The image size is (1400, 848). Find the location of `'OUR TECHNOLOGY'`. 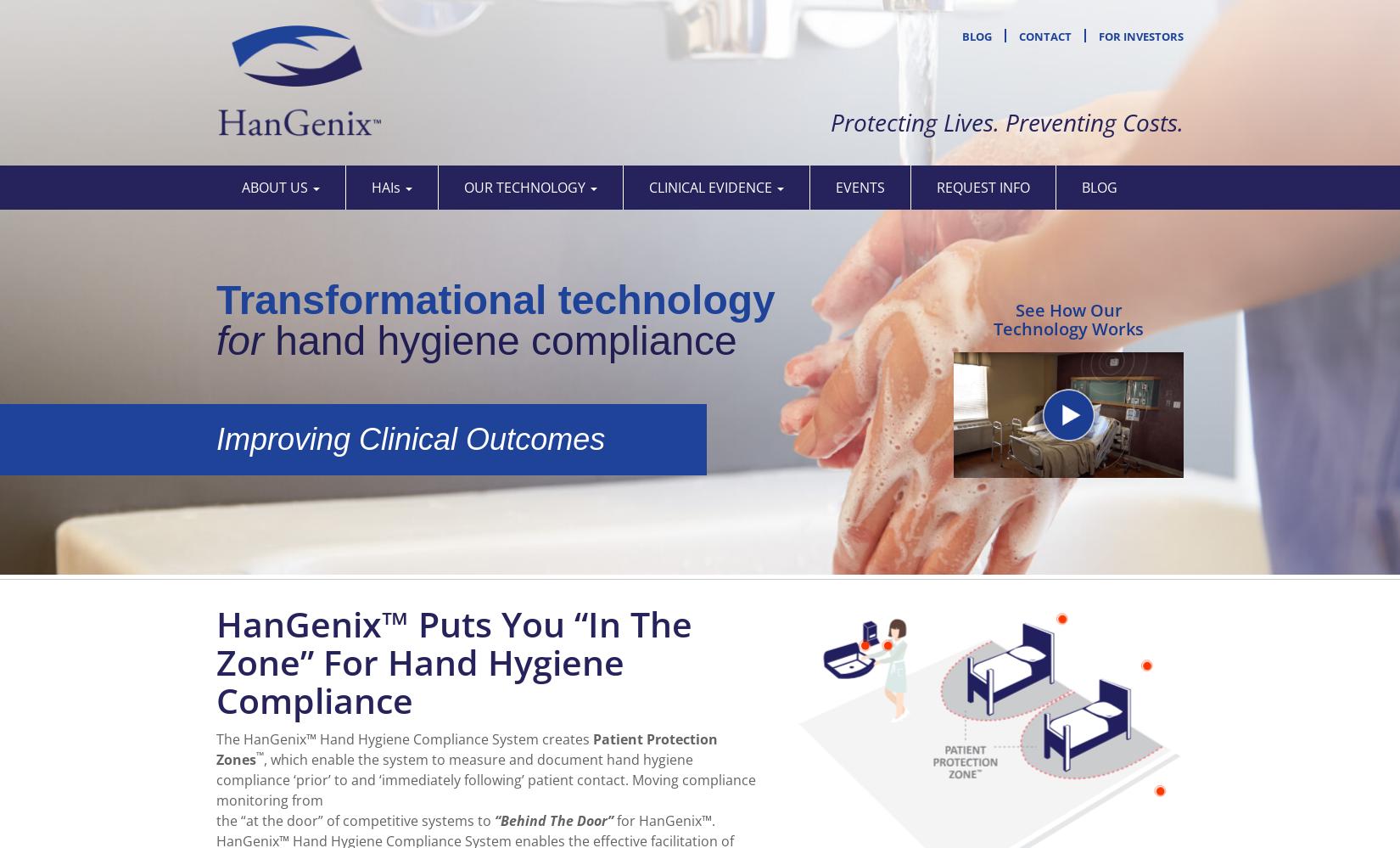

'OUR TECHNOLOGY' is located at coordinates (525, 186).